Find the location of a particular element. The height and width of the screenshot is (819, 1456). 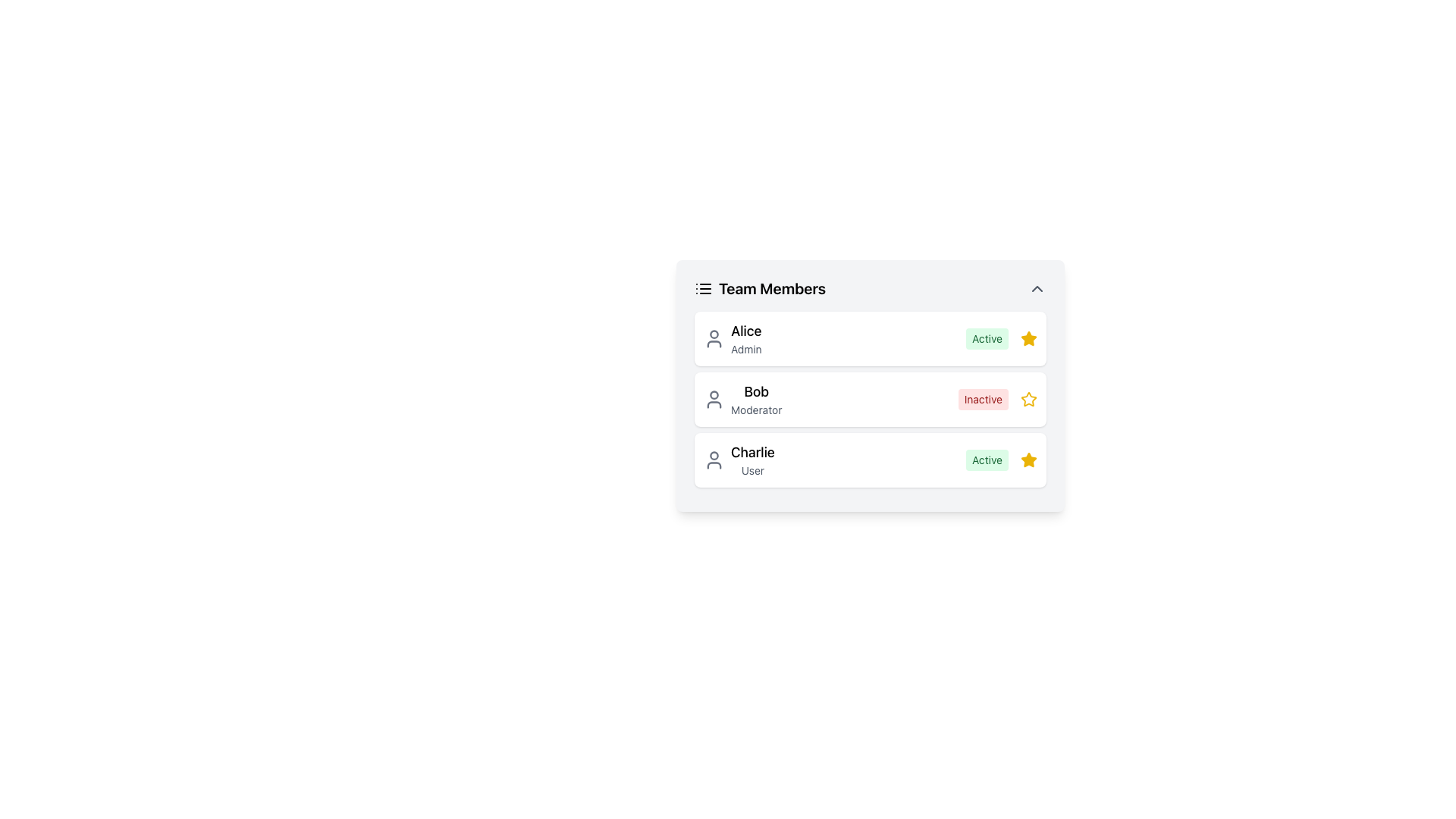

the text element identifying the user 'Alice' in the team members list, located in the first row above the 'Admin' label is located at coordinates (746, 330).